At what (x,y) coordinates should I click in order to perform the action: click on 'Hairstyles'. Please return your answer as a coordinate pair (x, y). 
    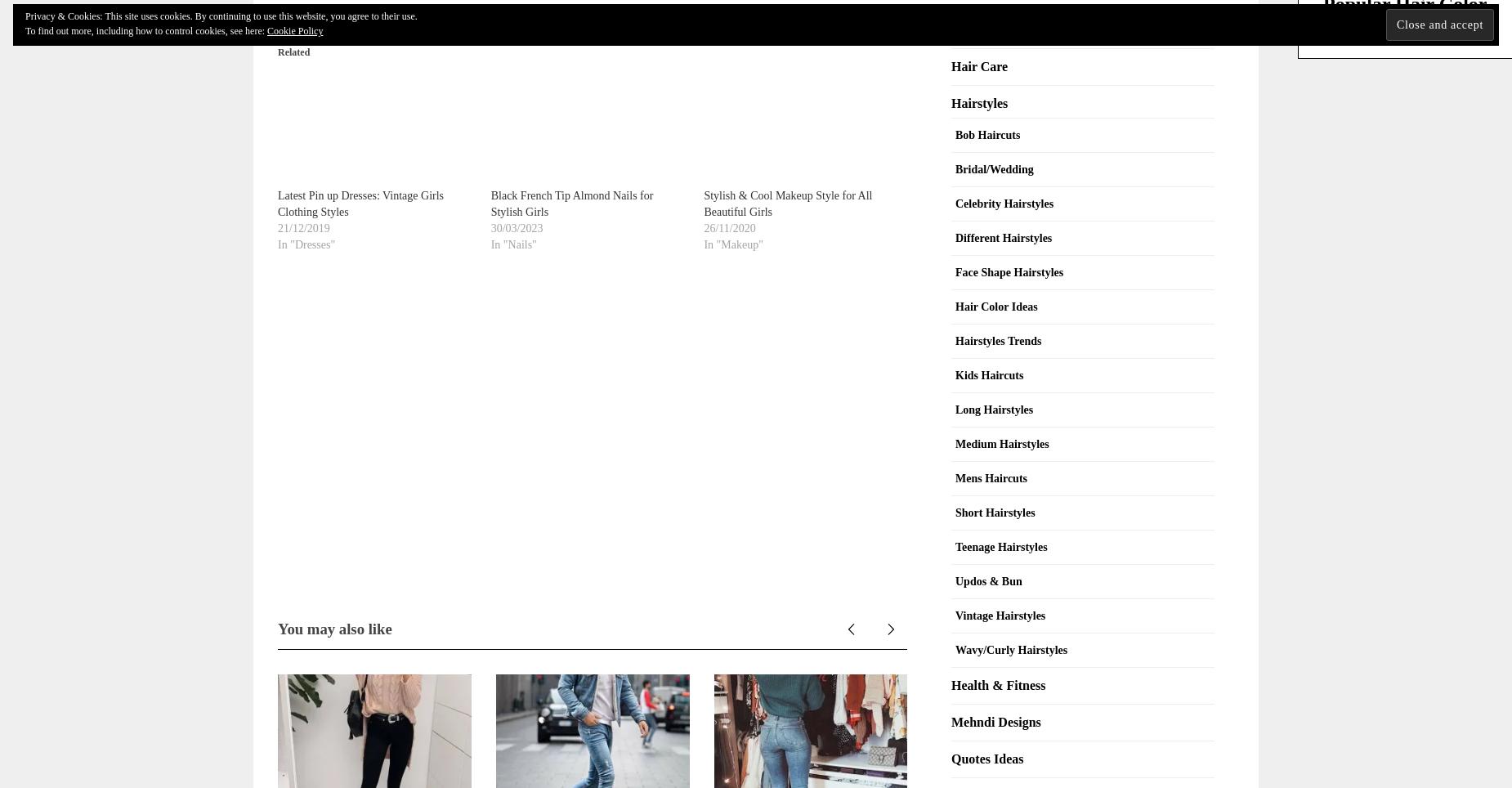
    Looking at the image, I should click on (978, 102).